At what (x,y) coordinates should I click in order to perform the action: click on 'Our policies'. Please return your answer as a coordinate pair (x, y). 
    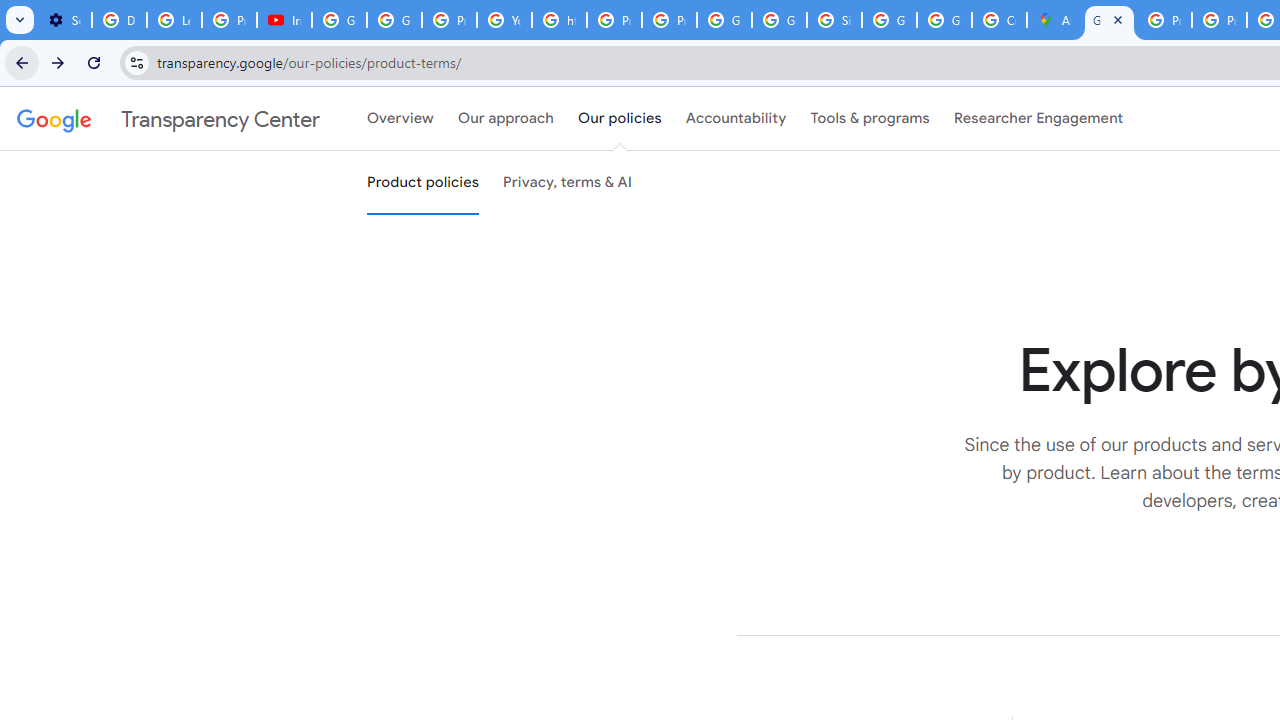
    Looking at the image, I should click on (619, 119).